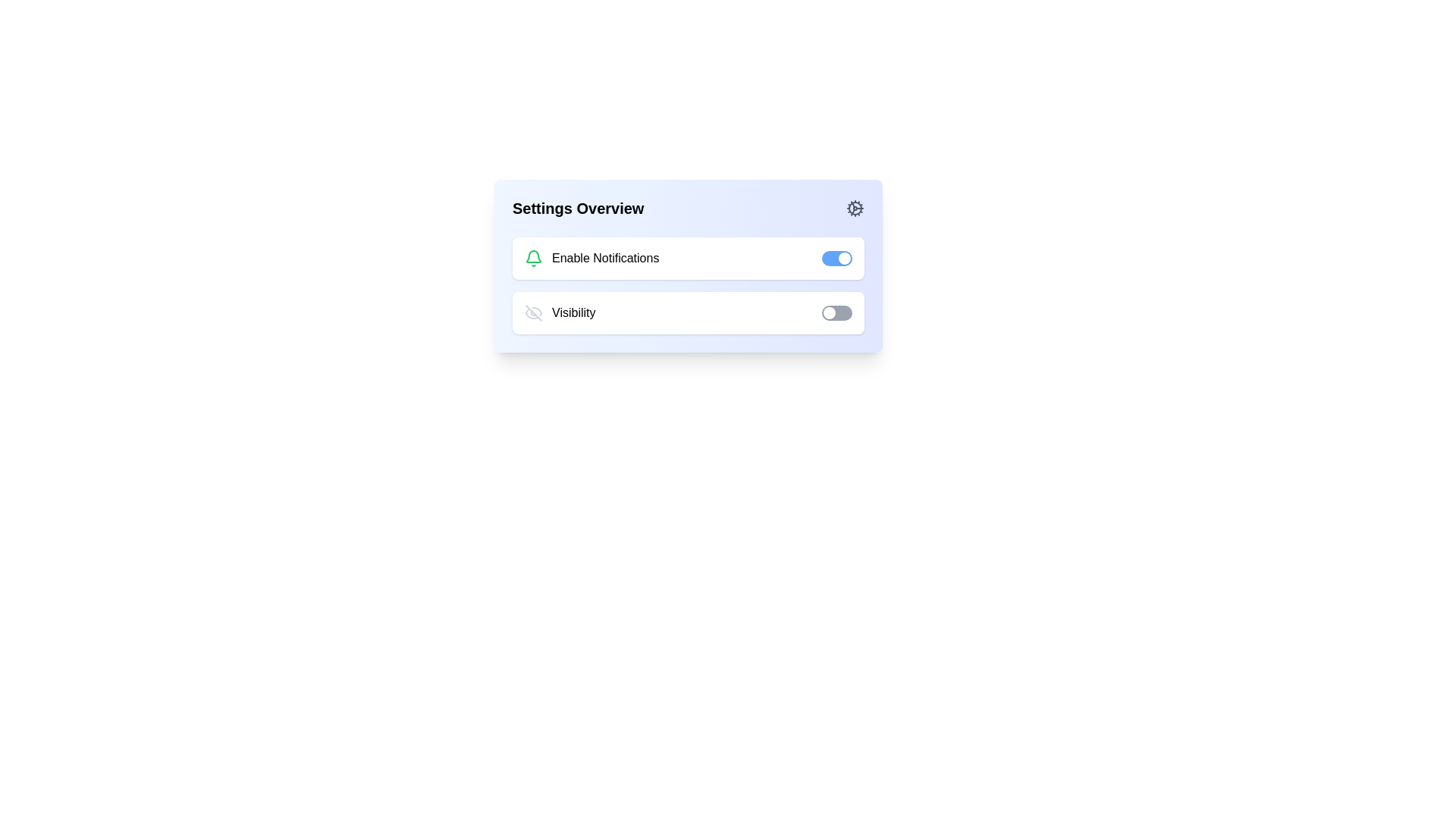  What do you see at coordinates (855, 208) in the screenshot?
I see `the gear icon located at the far right of the 'Settings Overview' heading` at bounding box center [855, 208].